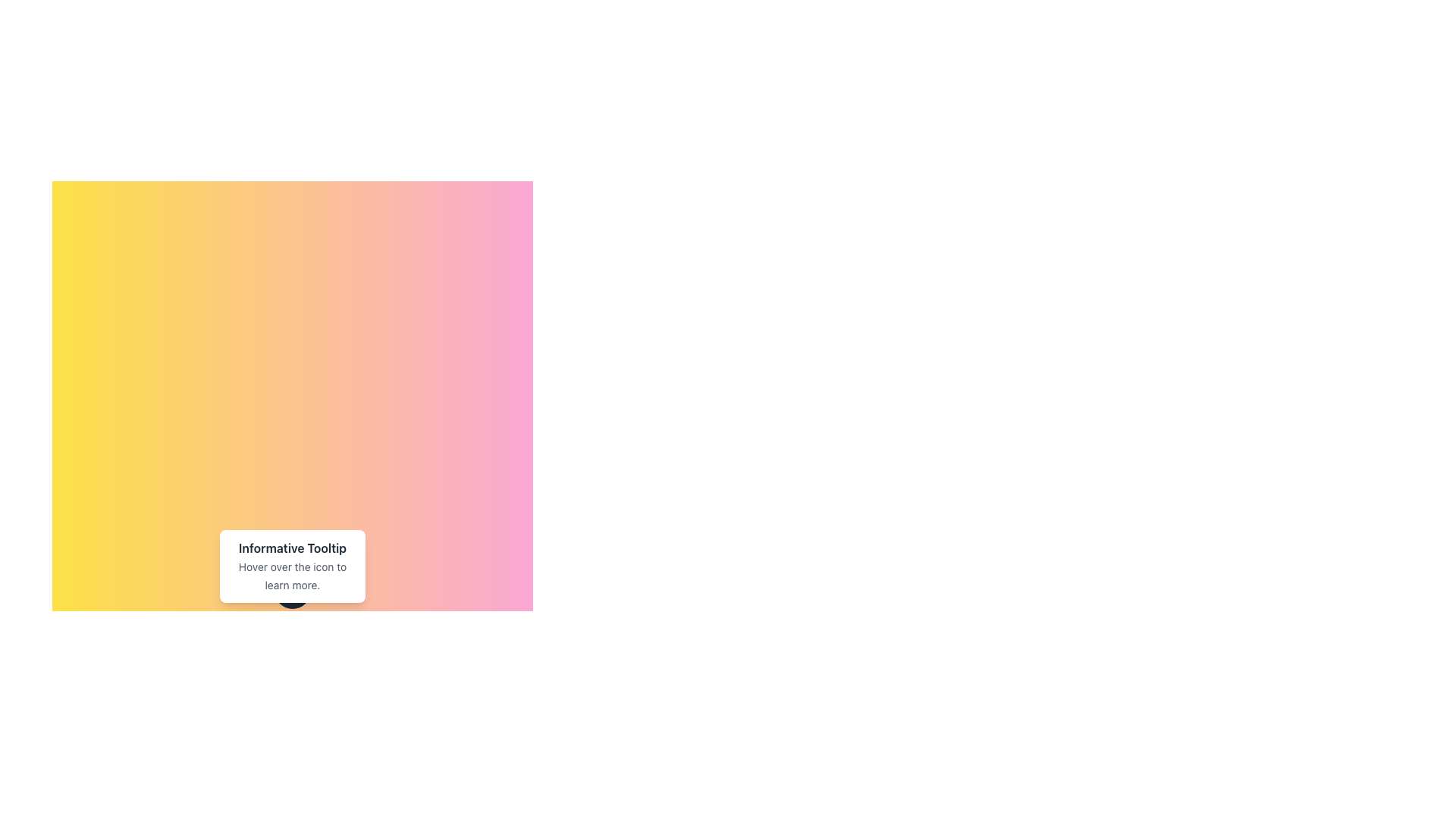 The height and width of the screenshot is (819, 1456). I want to click on the outer circular border of the information icon, which is a vector graphic element centered at the specified coordinates, so click(292, 590).